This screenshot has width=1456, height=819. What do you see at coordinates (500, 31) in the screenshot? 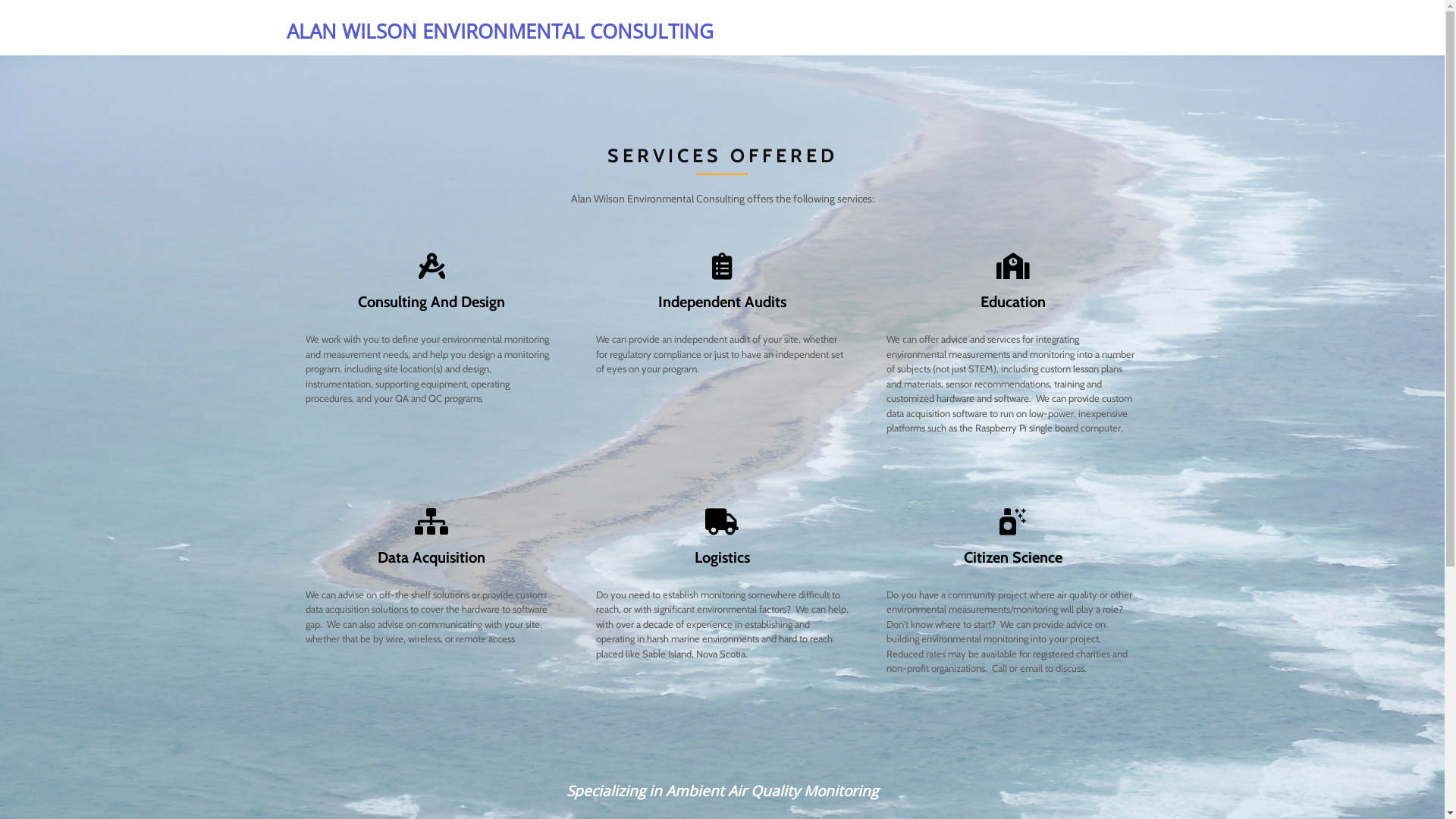
I see `'ALAN WILSON ENVIRONMENTAL CONSULTING'` at bounding box center [500, 31].